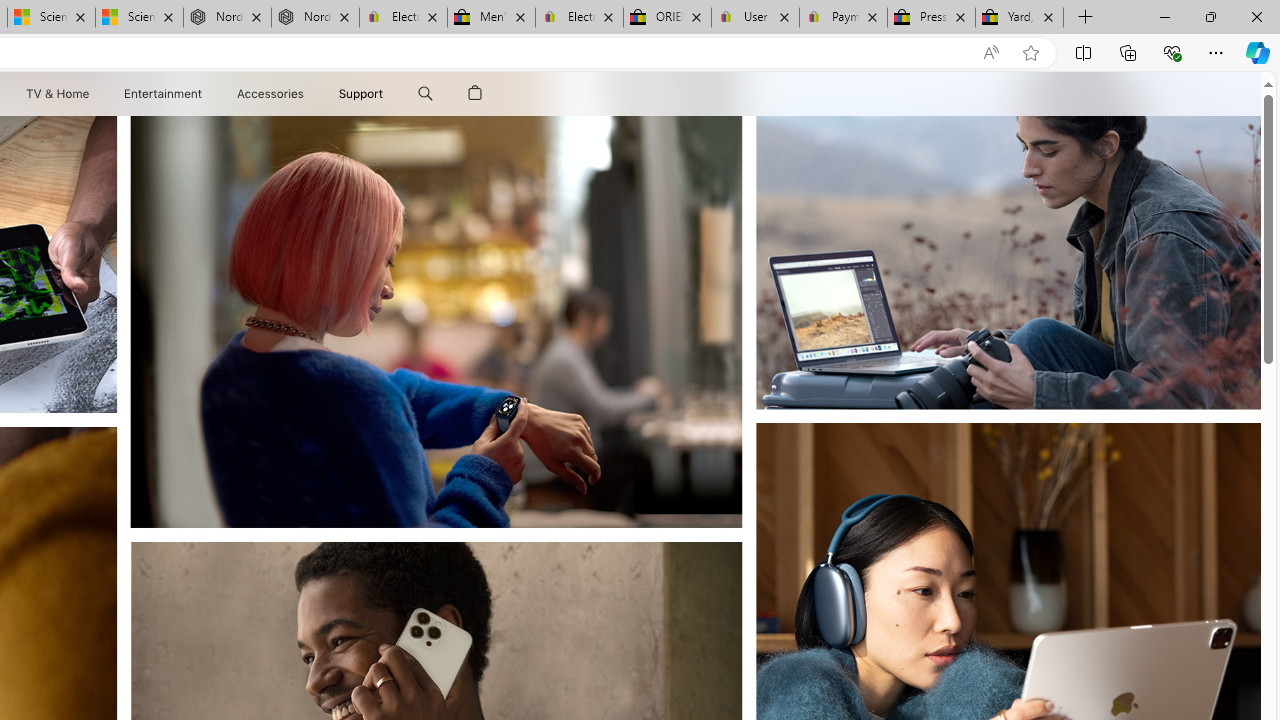 The height and width of the screenshot is (720, 1280). What do you see at coordinates (843, 17) in the screenshot?
I see `'Payments Terms of Use | eBay.com'` at bounding box center [843, 17].